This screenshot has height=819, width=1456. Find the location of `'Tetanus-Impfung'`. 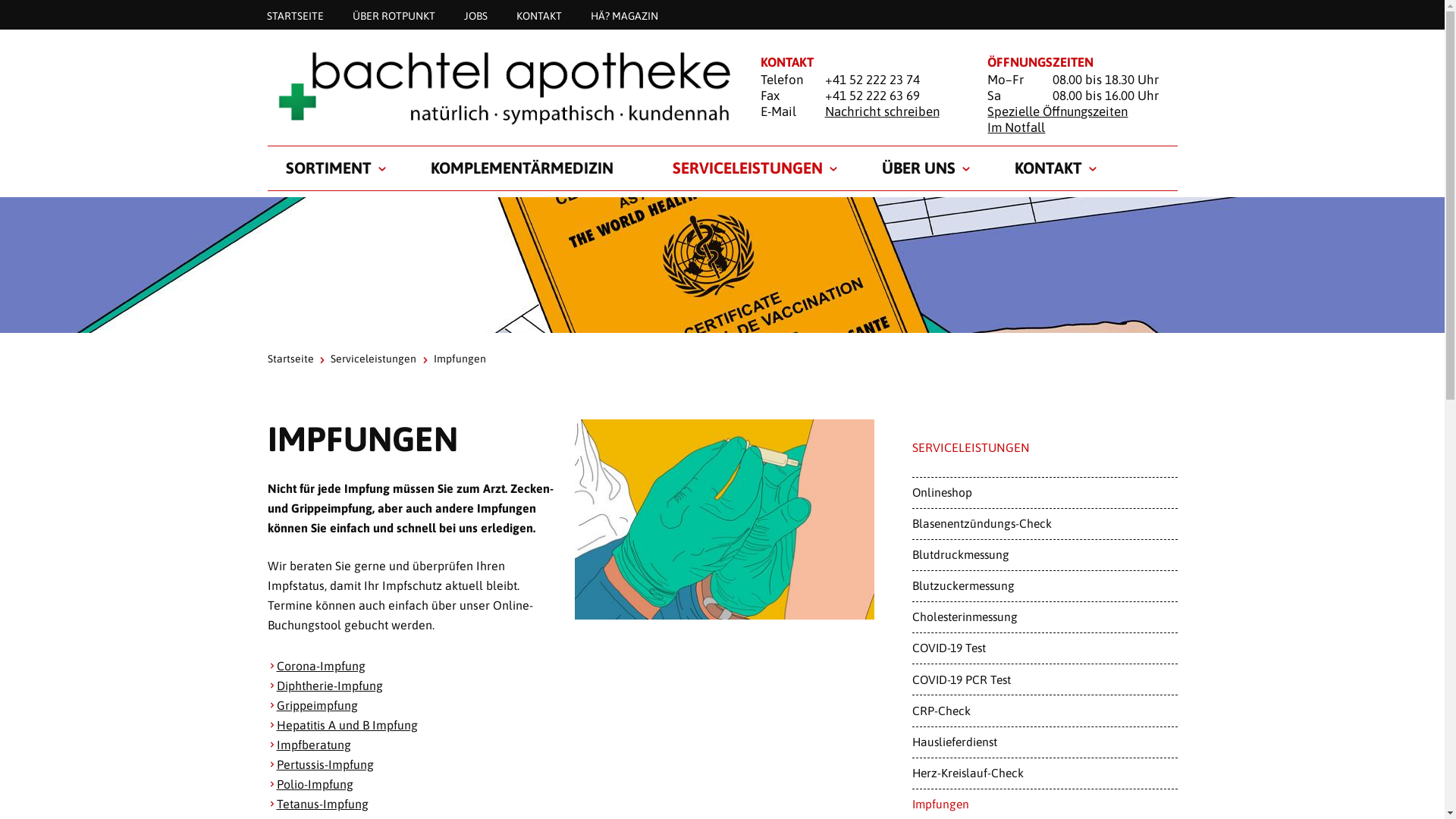

'Tetanus-Impfung' is located at coordinates (321, 803).